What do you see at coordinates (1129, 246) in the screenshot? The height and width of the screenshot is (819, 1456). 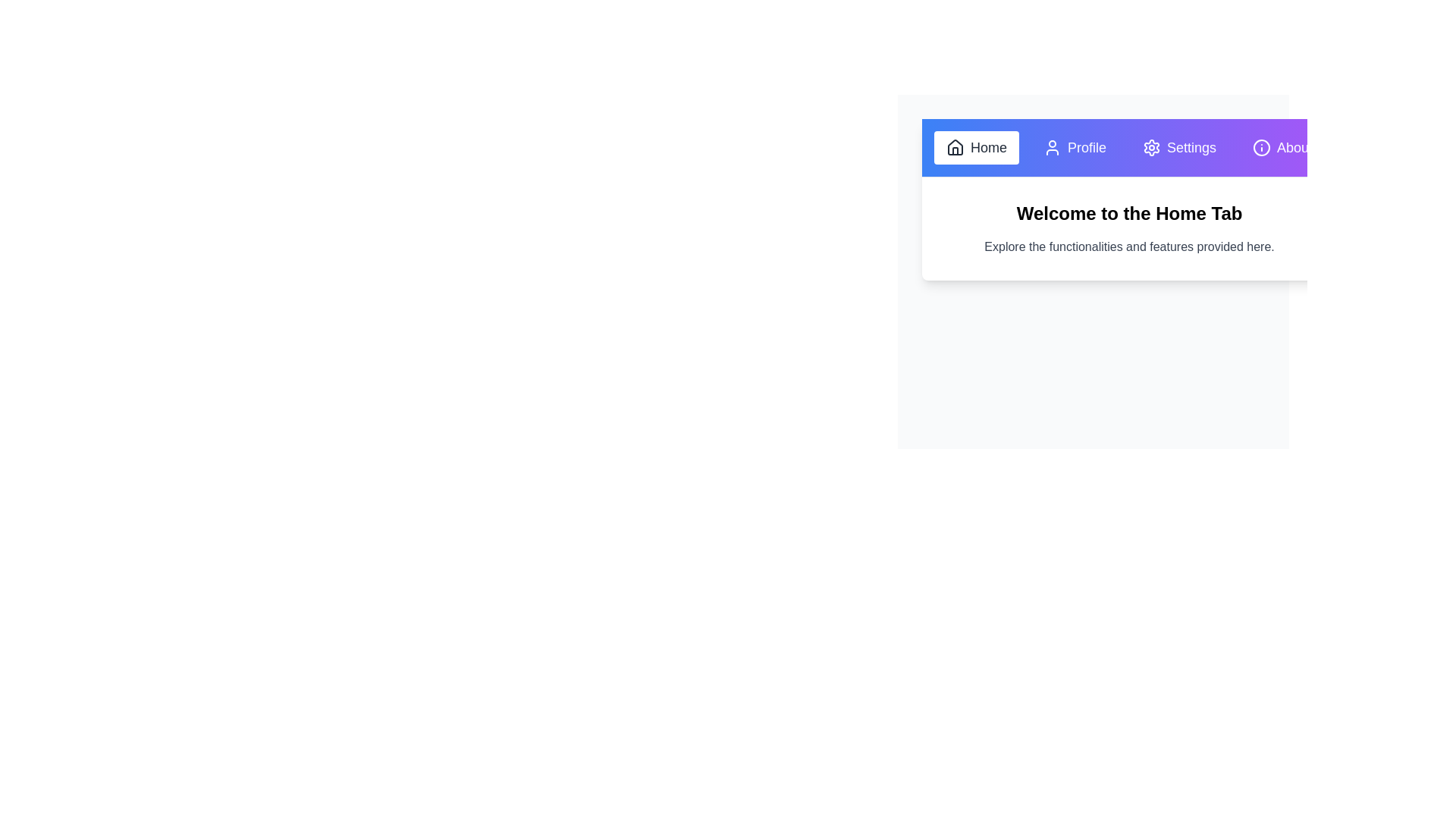 I see `text content of the label displaying 'Explore the functionalities and features provided here.' which is located directly below the heading 'Welcome to the Home Tab'` at bounding box center [1129, 246].